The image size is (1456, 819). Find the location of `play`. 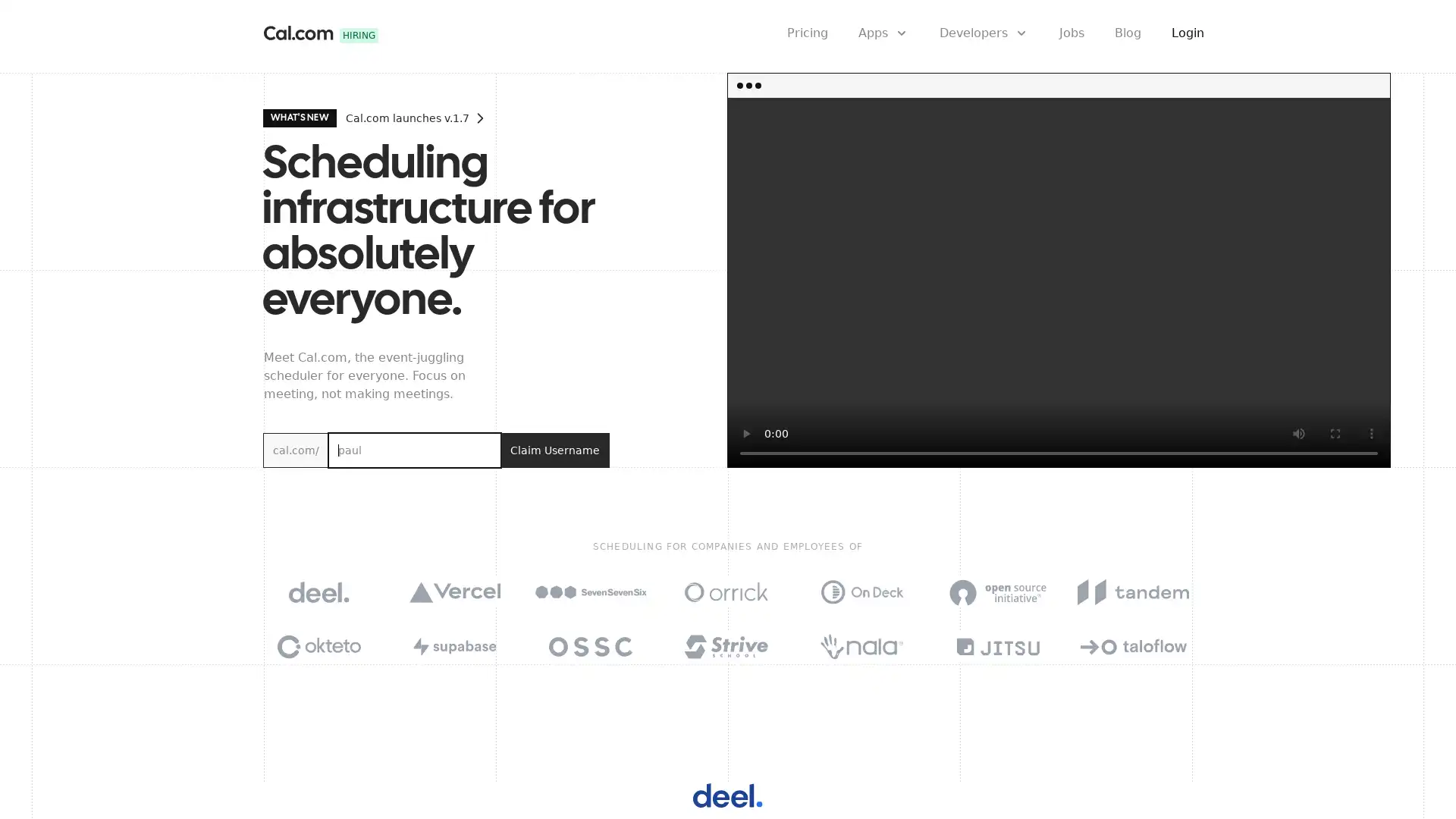

play is located at coordinates (745, 433).